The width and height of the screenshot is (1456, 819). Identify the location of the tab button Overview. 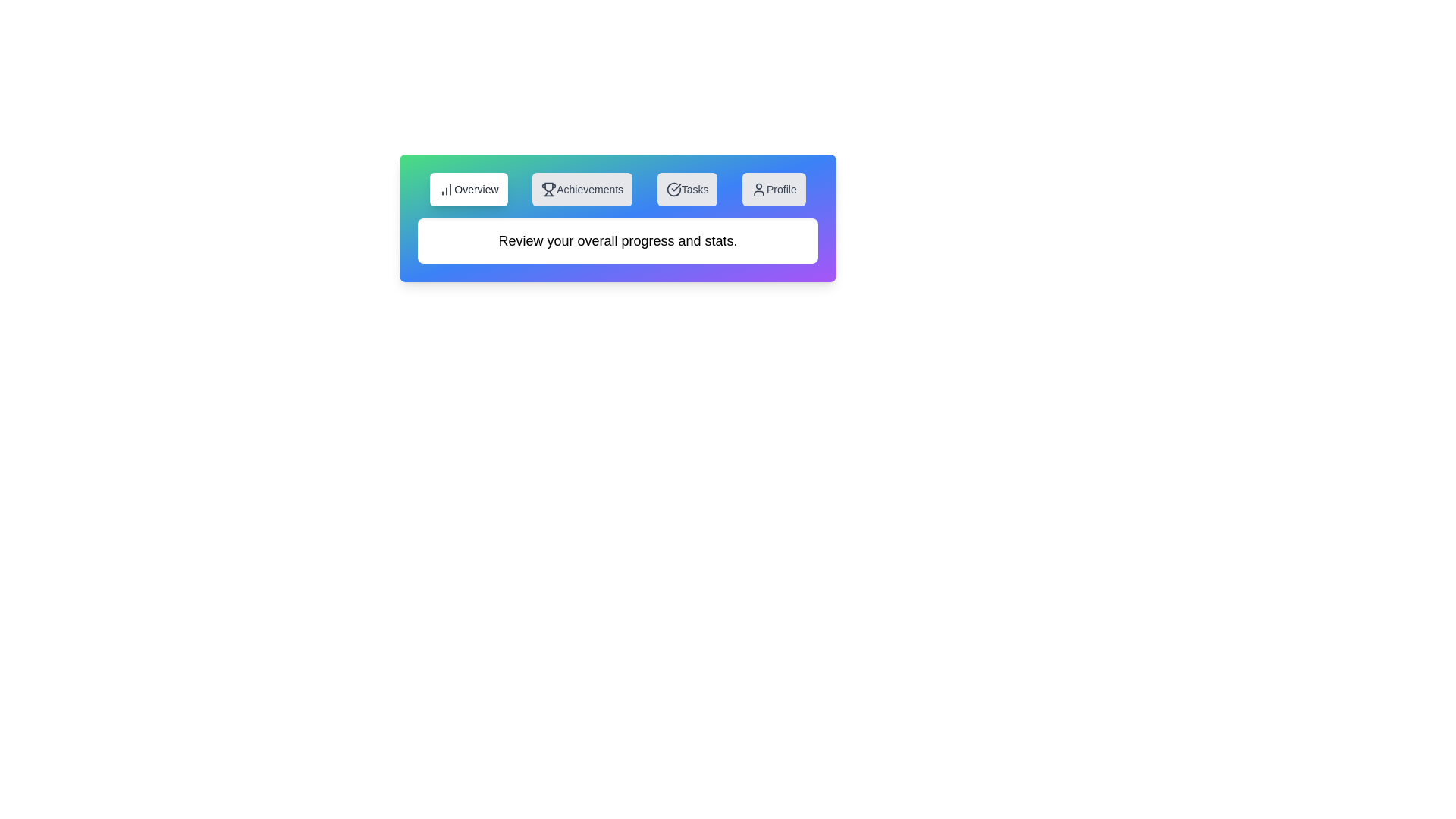
(468, 189).